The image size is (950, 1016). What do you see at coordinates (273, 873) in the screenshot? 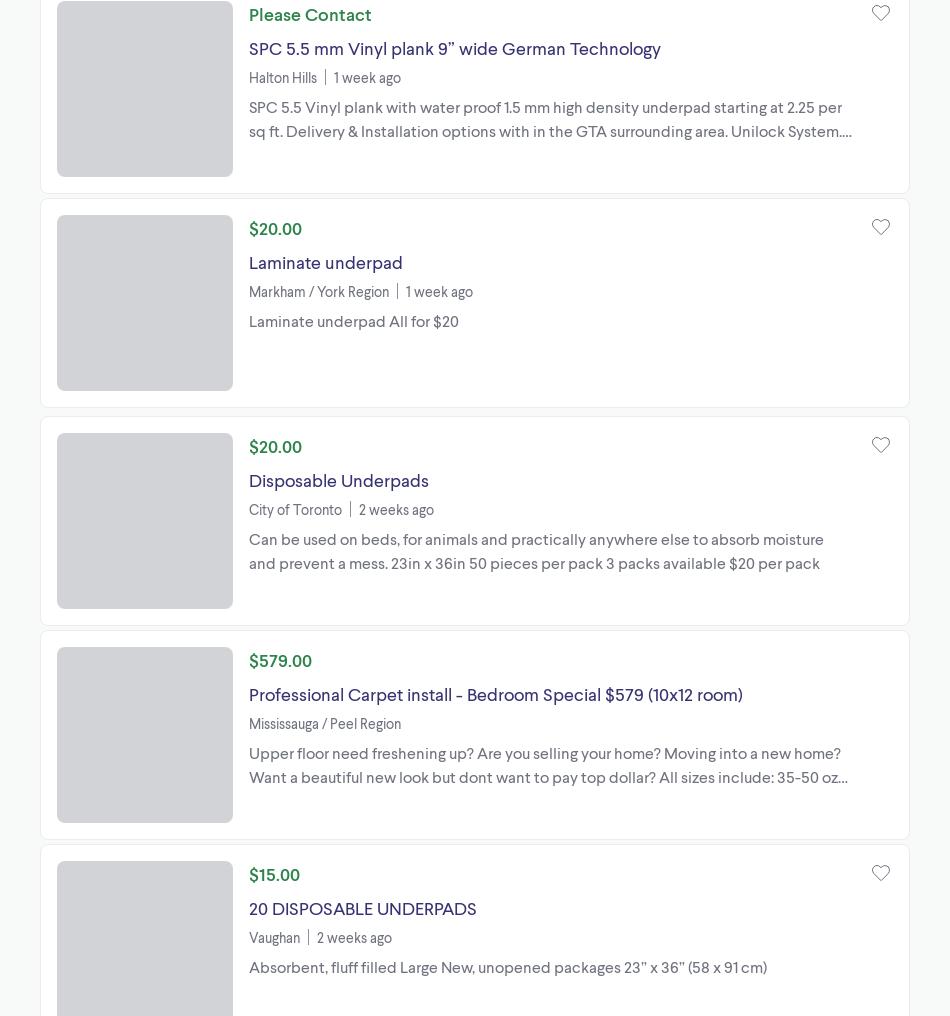
I see `'$15.00'` at bounding box center [273, 873].